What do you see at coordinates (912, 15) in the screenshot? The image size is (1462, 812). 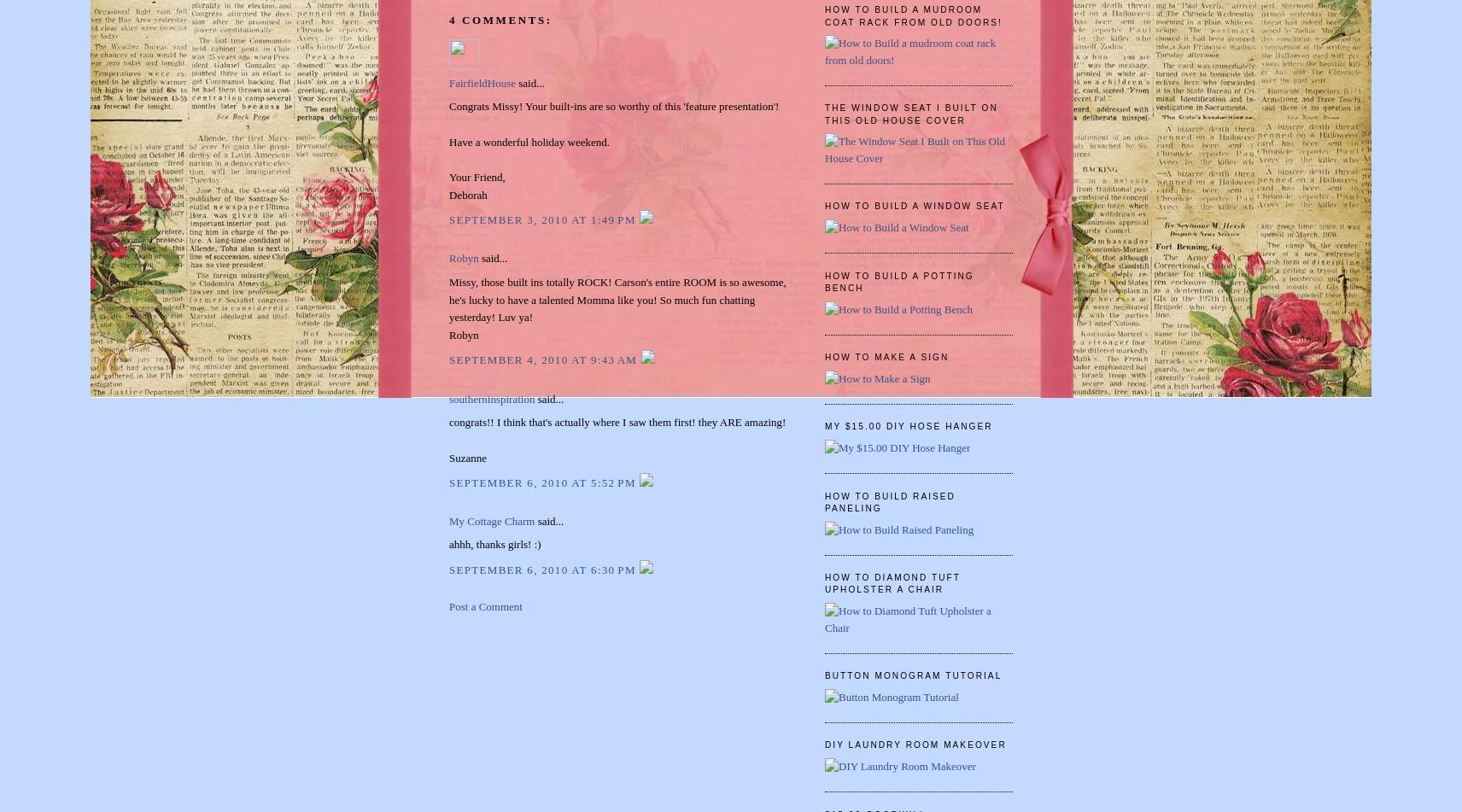 I see `'How to Build a mudroom coat rack from old doors!'` at bounding box center [912, 15].